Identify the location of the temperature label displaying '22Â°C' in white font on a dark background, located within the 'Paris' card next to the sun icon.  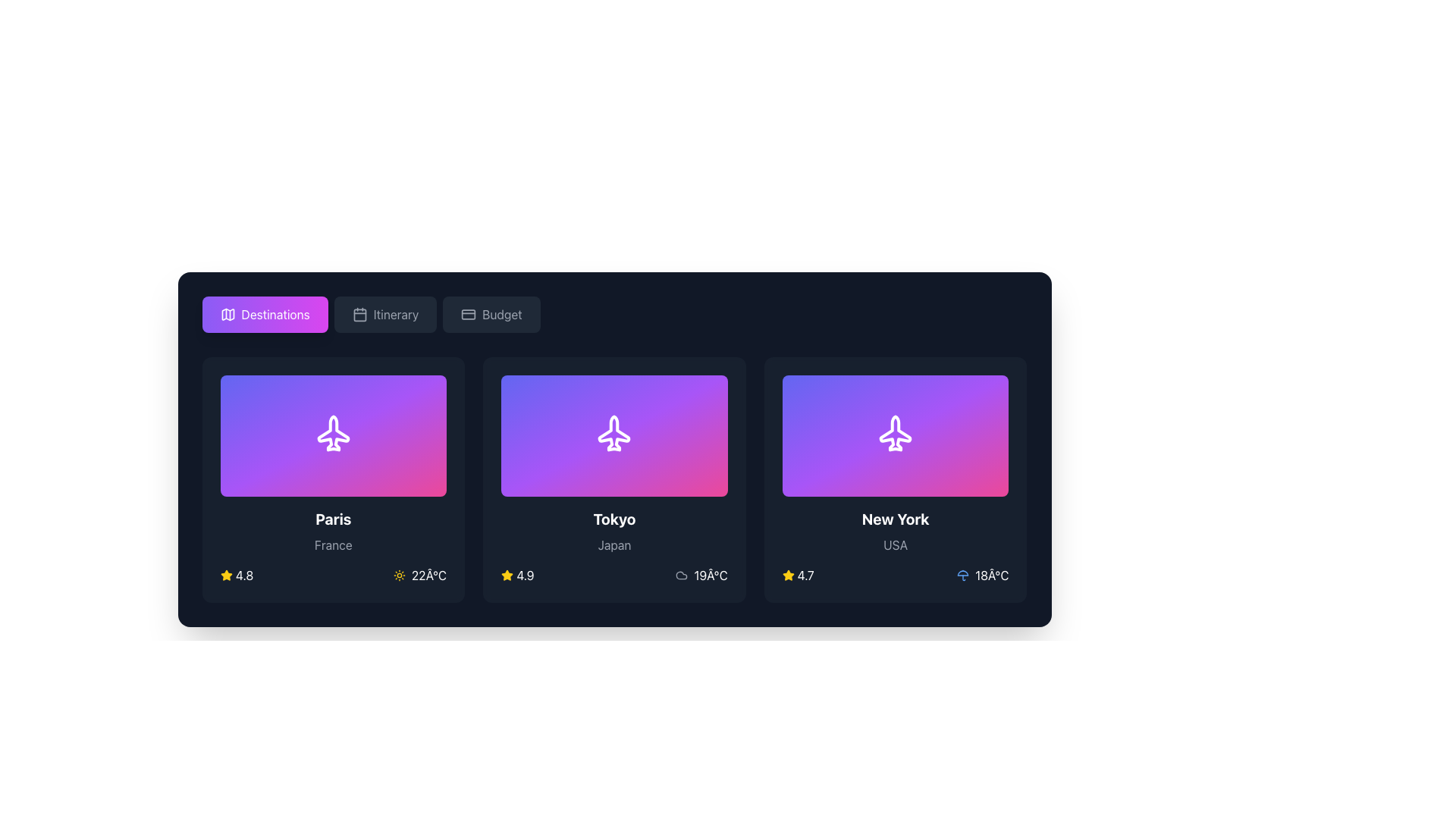
(428, 576).